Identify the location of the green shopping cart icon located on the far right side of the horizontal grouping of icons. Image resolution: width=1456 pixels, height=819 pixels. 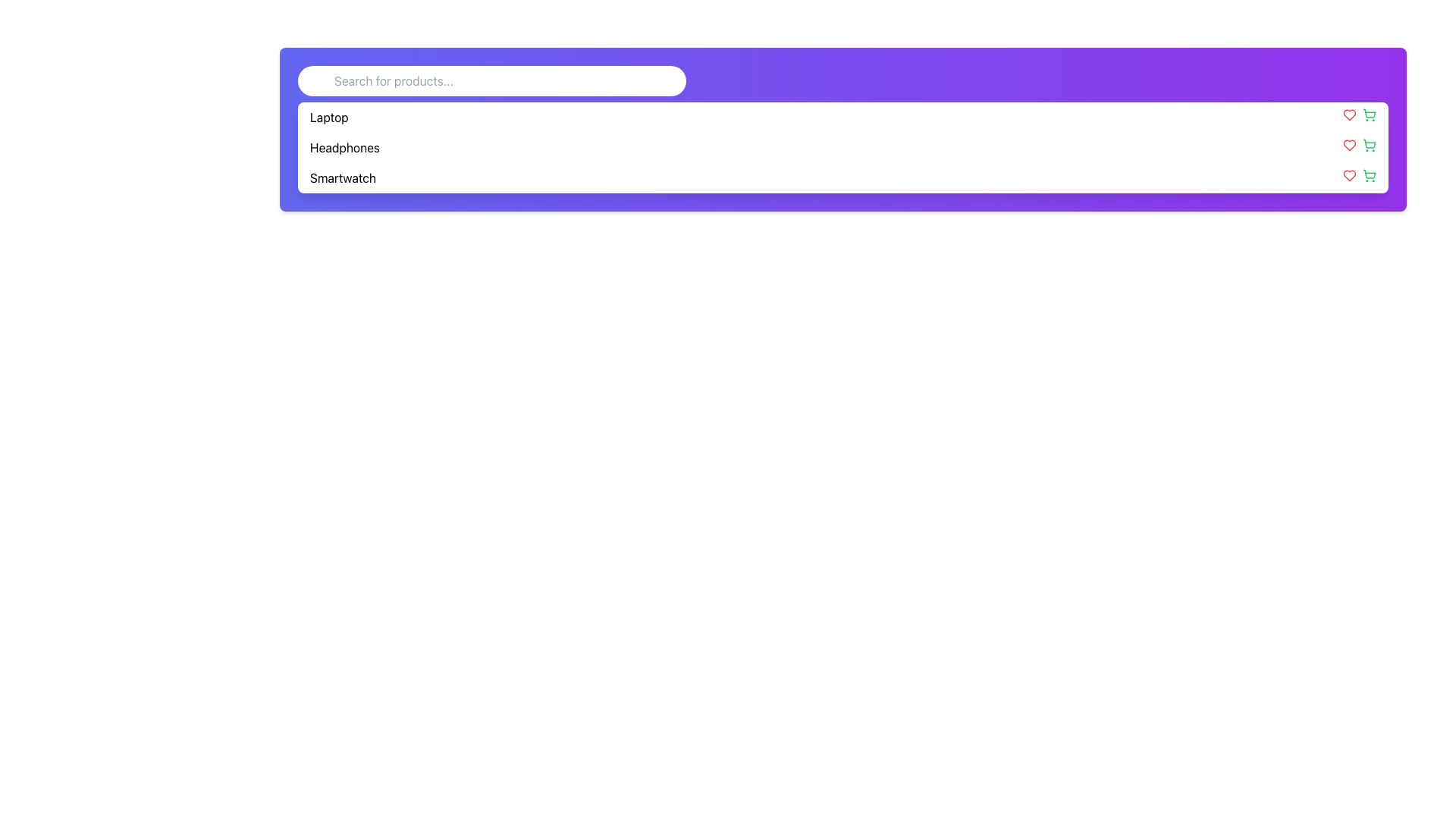
(1369, 114).